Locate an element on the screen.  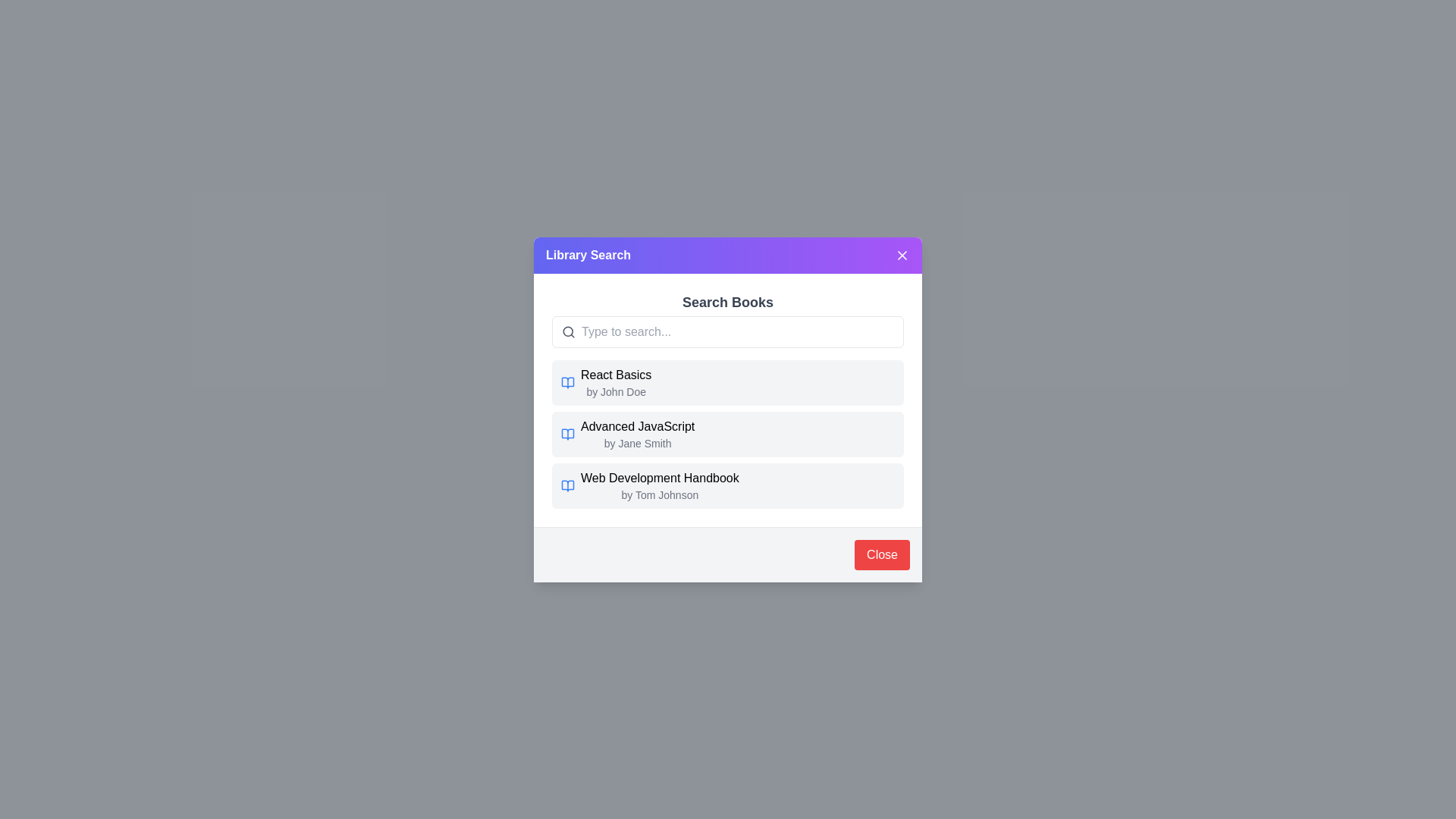
the Text Label indicating the author of the 'Advanced JavaScript' book, located below the title and slightly indented to the left is located at coordinates (638, 443).